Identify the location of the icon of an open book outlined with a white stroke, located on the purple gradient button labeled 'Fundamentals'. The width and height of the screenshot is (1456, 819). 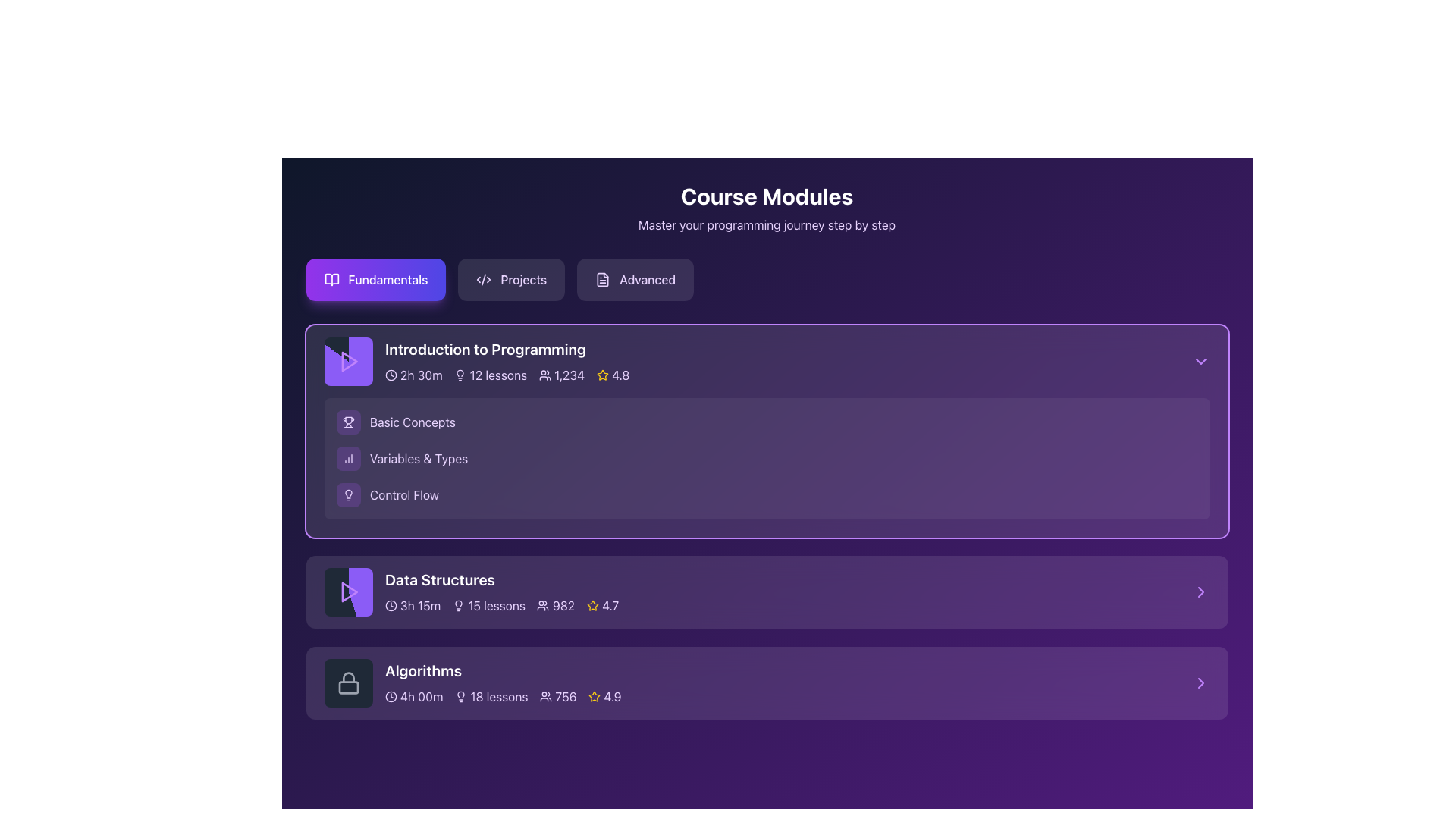
(331, 280).